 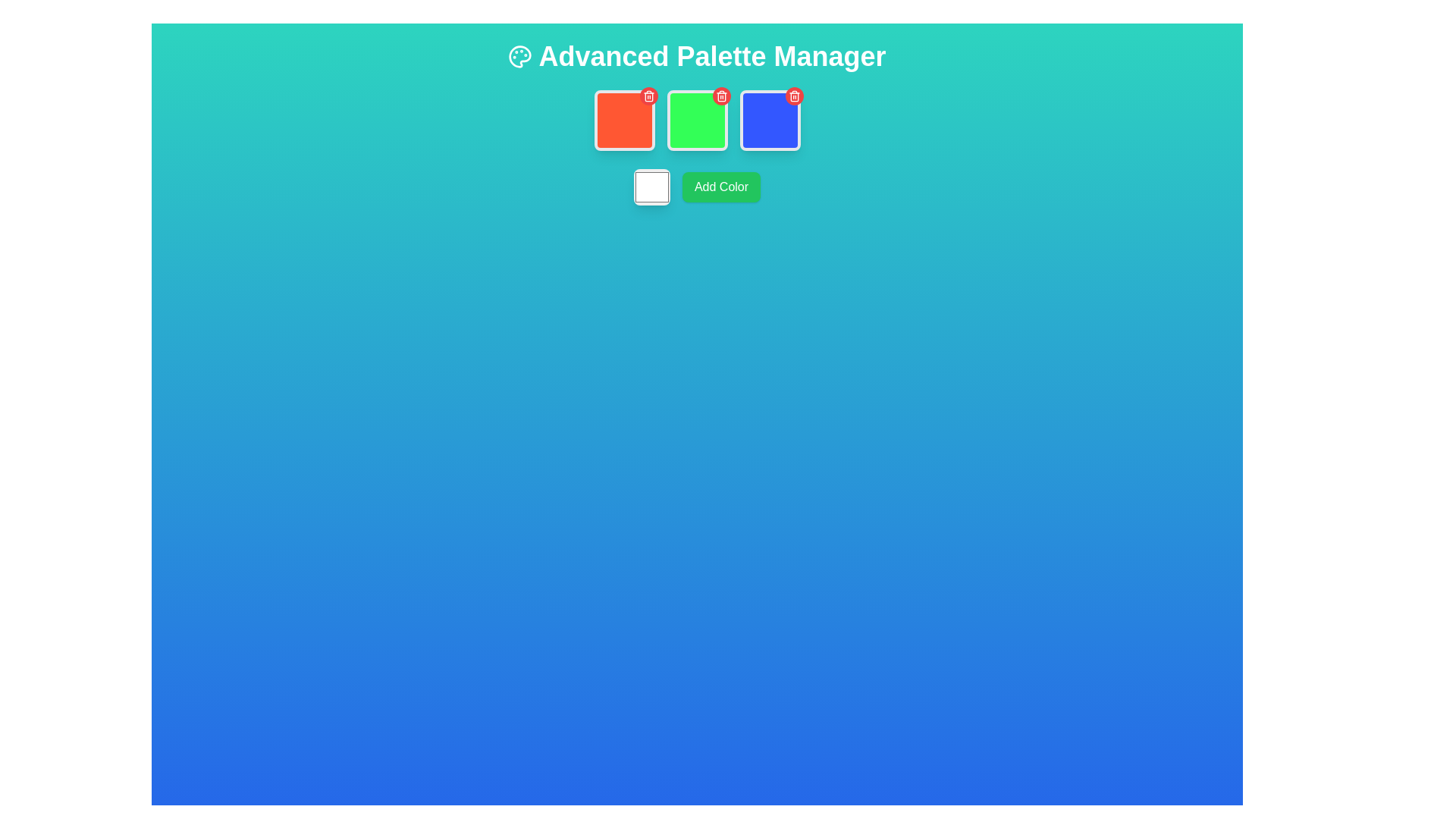 I want to click on the green rectangular button labeled 'Add Color', so click(x=720, y=186).